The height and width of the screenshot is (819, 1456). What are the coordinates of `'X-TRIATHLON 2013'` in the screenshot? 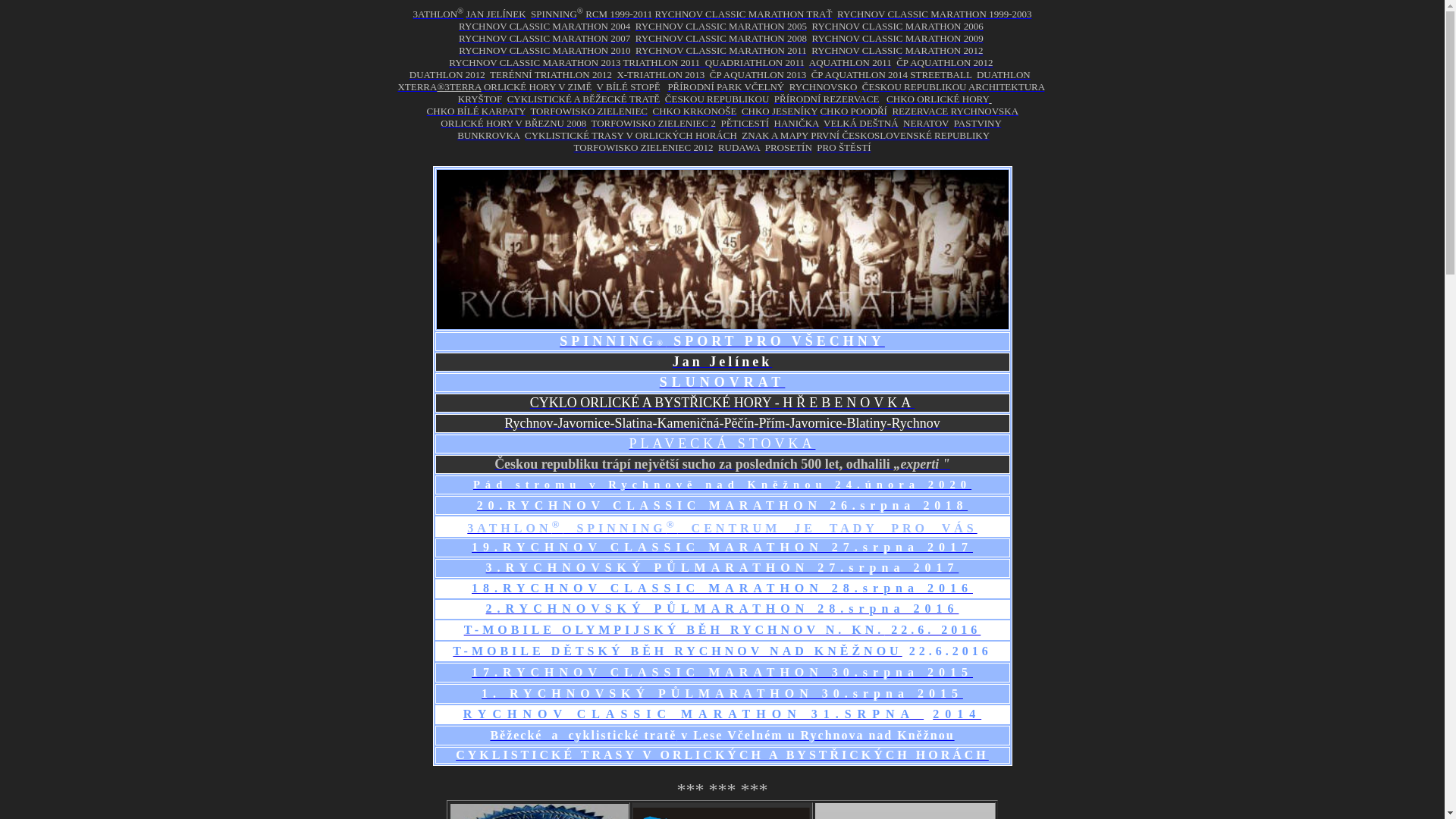 It's located at (660, 74).